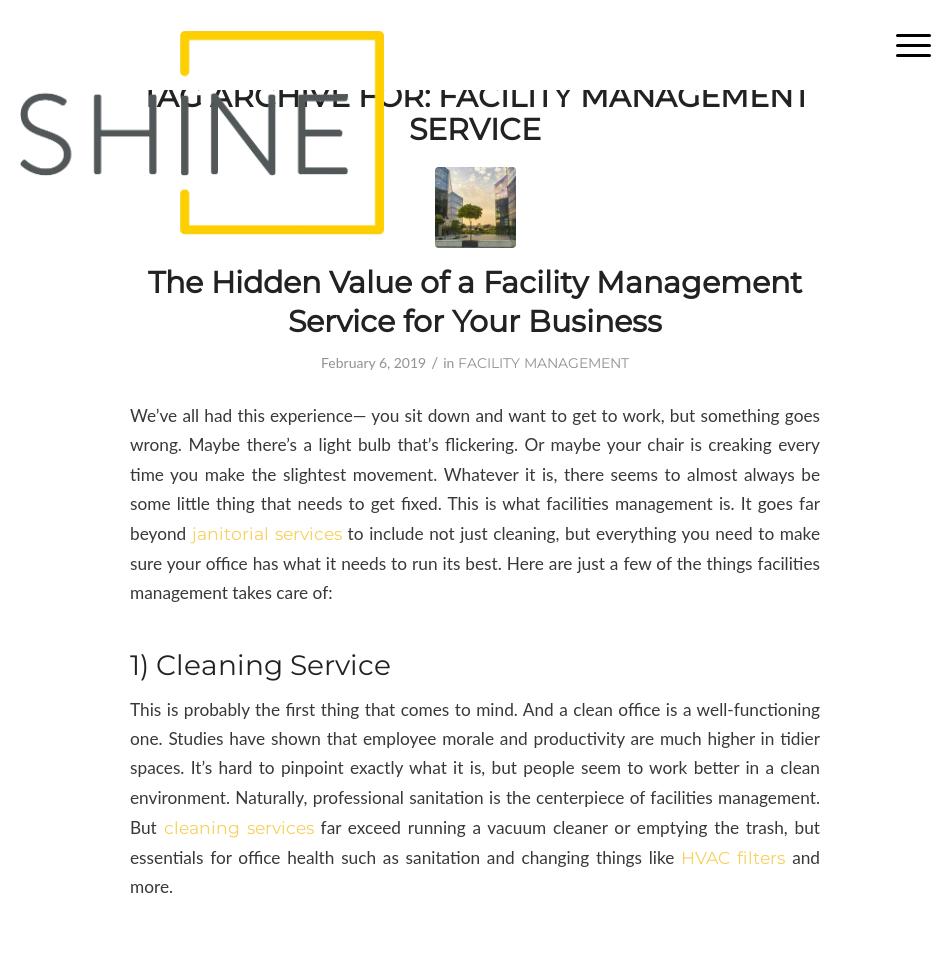 The width and height of the screenshot is (950, 967). I want to click on 'and more.', so click(475, 872).